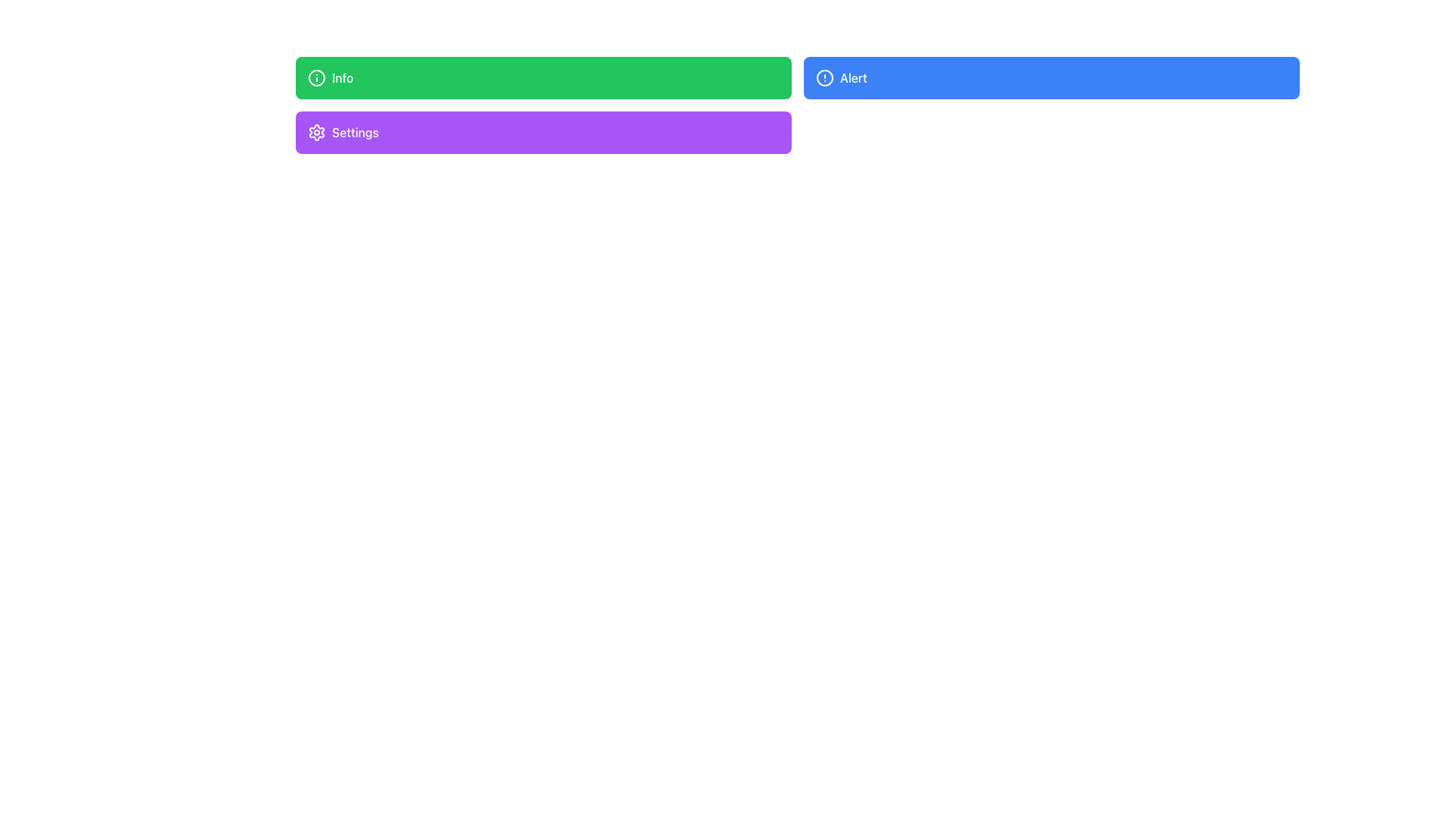 The width and height of the screenshot is (1456, 819). What do you see at coordinates (315, 78) in the screenshot?
I see `the circular 'Info' icon located at the leftmost side of the button labeled 'Info' for interactions` at bounding box center [315, 78].